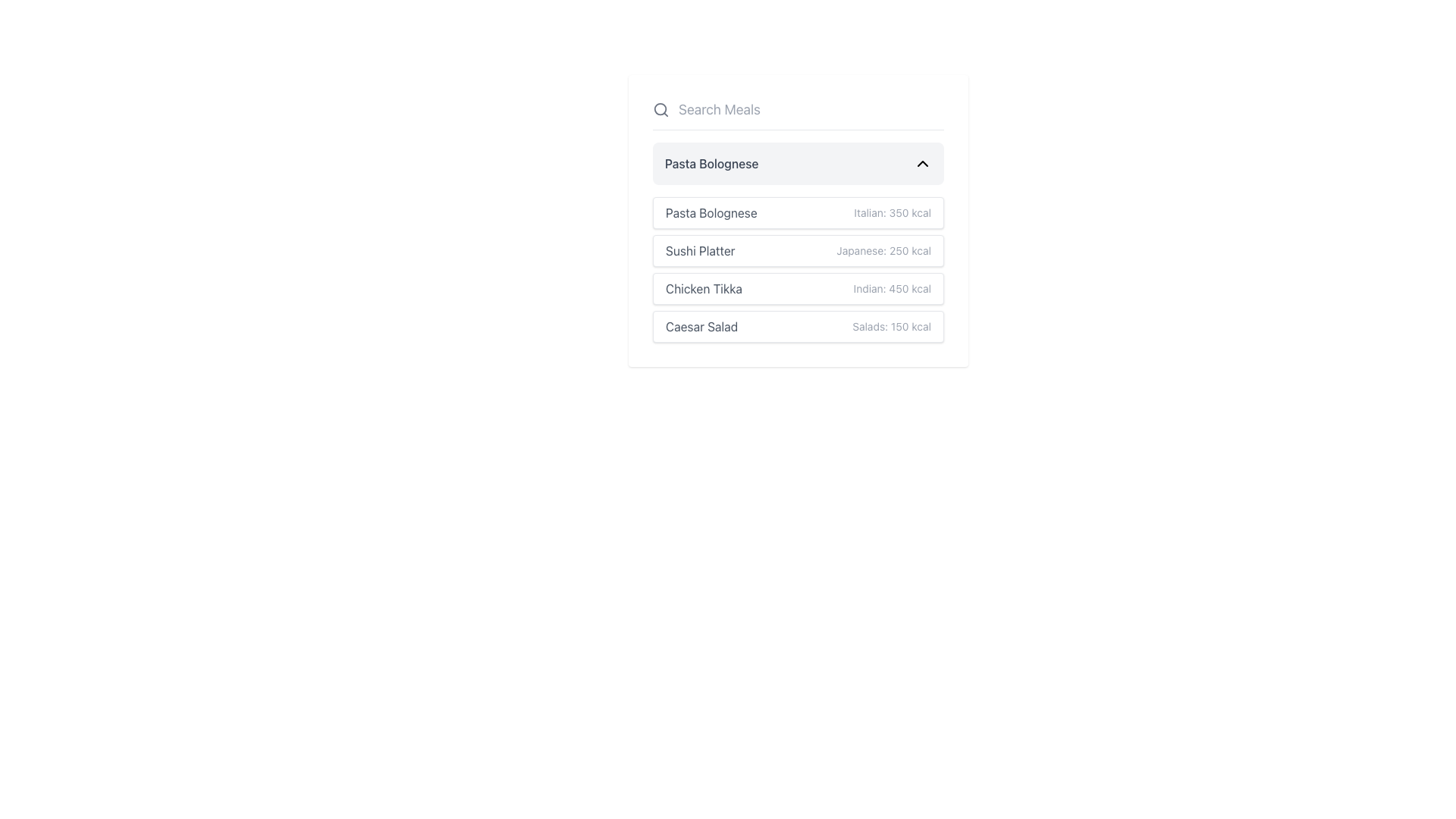  What do you see at coordinates (711, 213) in the screenshot?
I see `the text label displaying 'Pasta Bolognese' which is aligned to the left within a white rectangular card, part of a vertically aligned list of meal options` at bounding box center [711, 213].